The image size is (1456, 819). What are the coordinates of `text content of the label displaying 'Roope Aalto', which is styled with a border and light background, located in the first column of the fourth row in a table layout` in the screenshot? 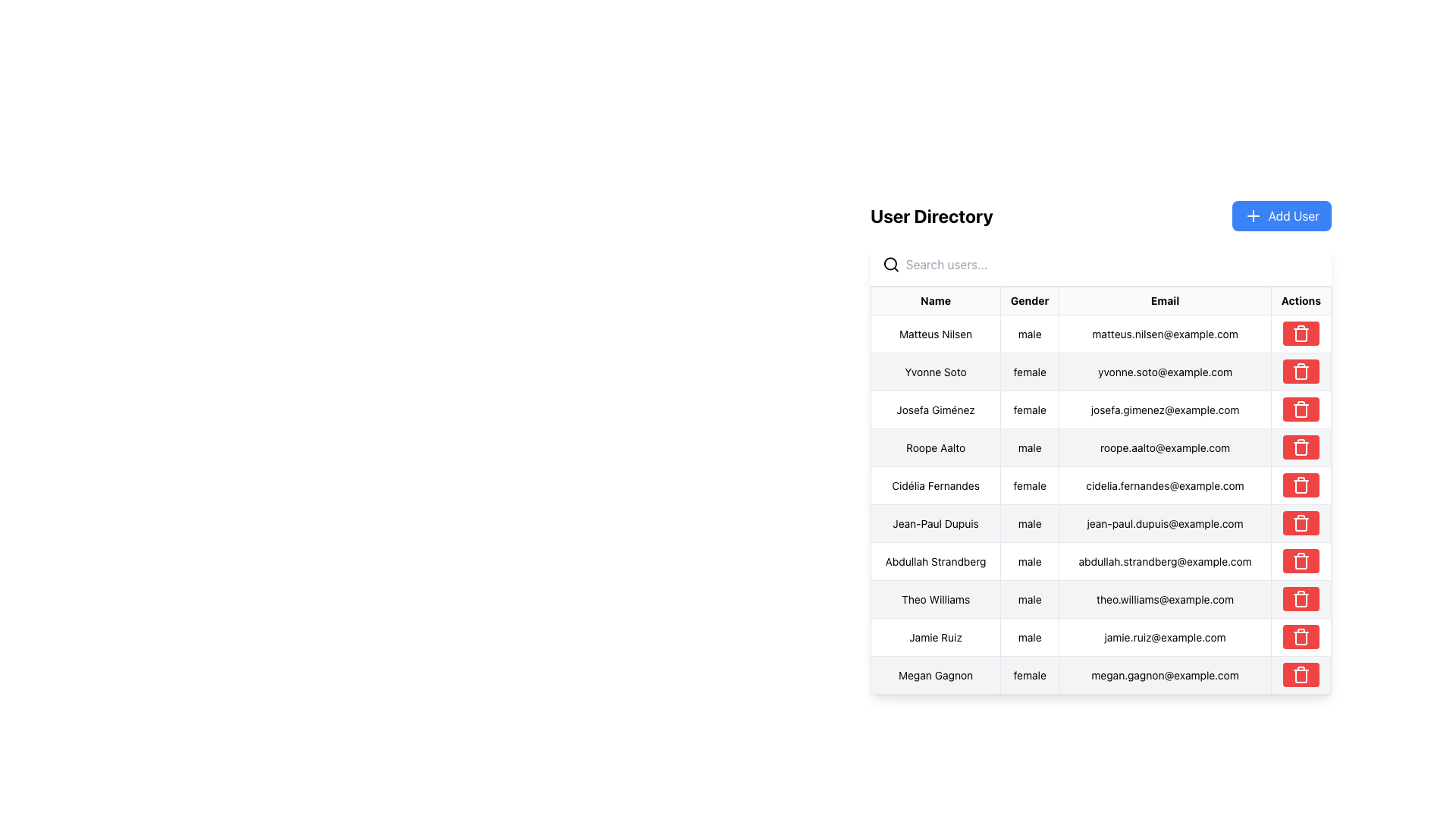 It's located at (934, 447).